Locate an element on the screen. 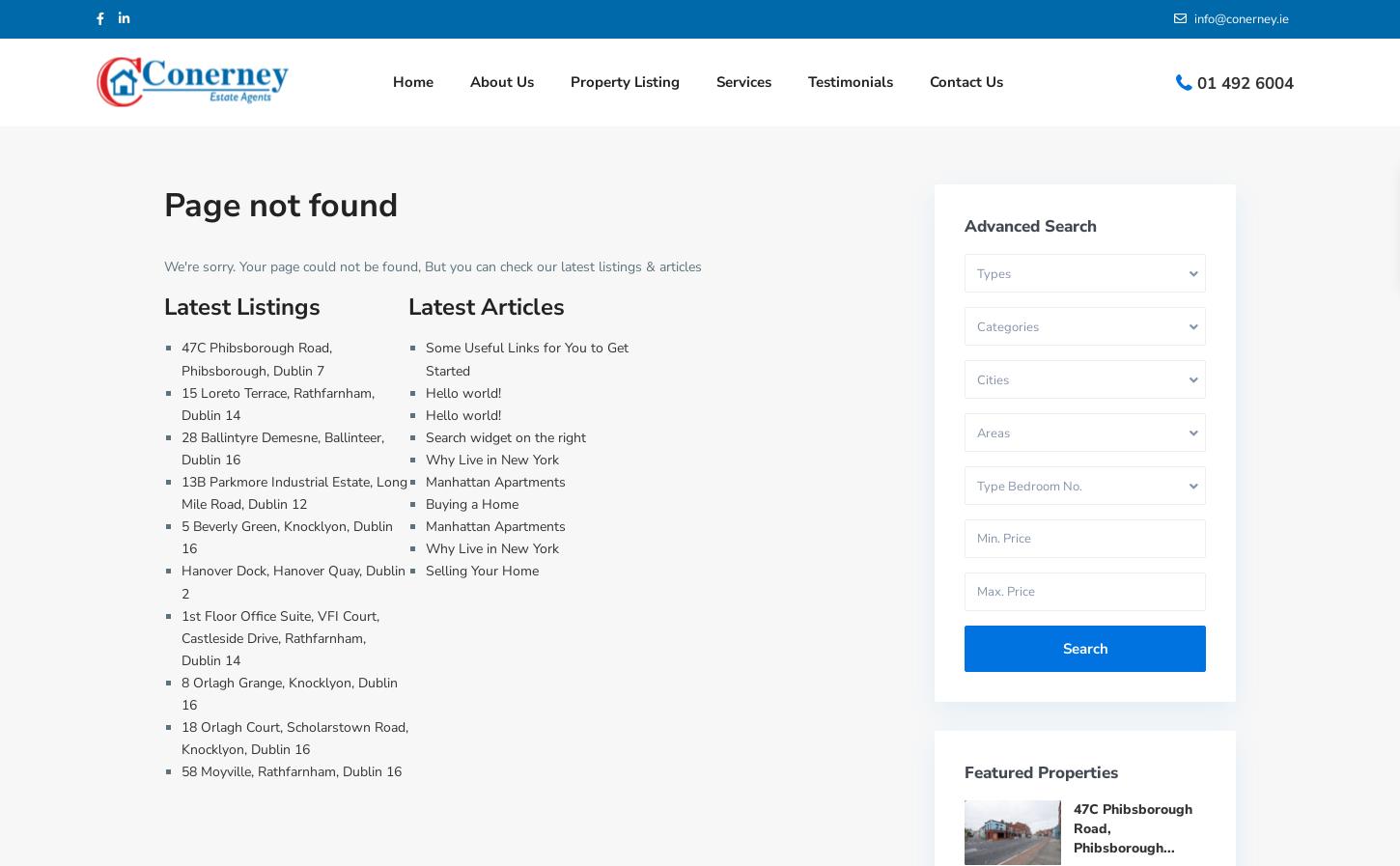 Image resolution: width=1400 pixels, height=866 pixels. 'Home' is located at coordinates (411, 81).